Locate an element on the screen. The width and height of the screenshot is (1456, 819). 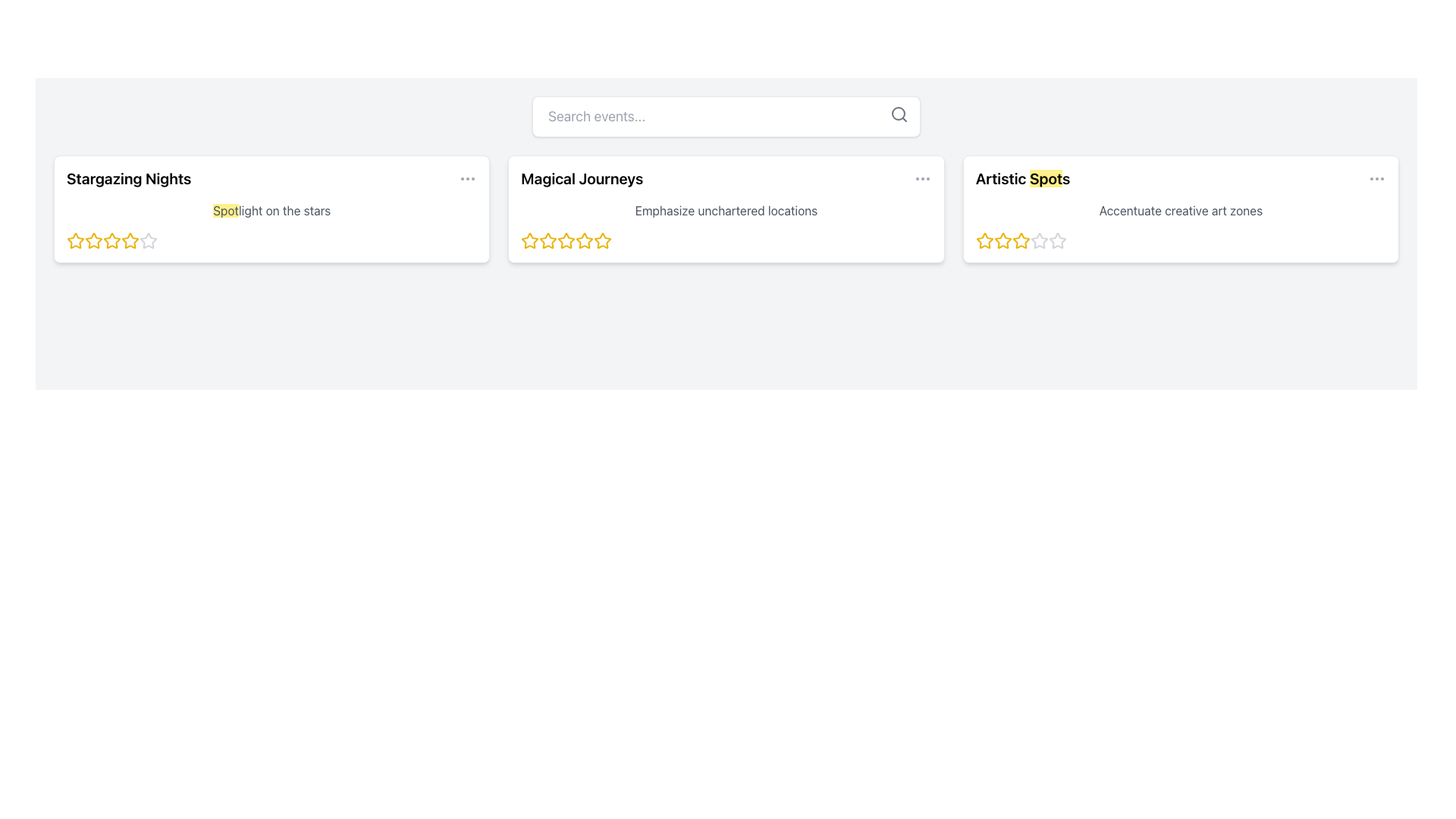
the third star in the set of five stars on the 'Artistic Spots' card is located at coordinates (1021, 240).